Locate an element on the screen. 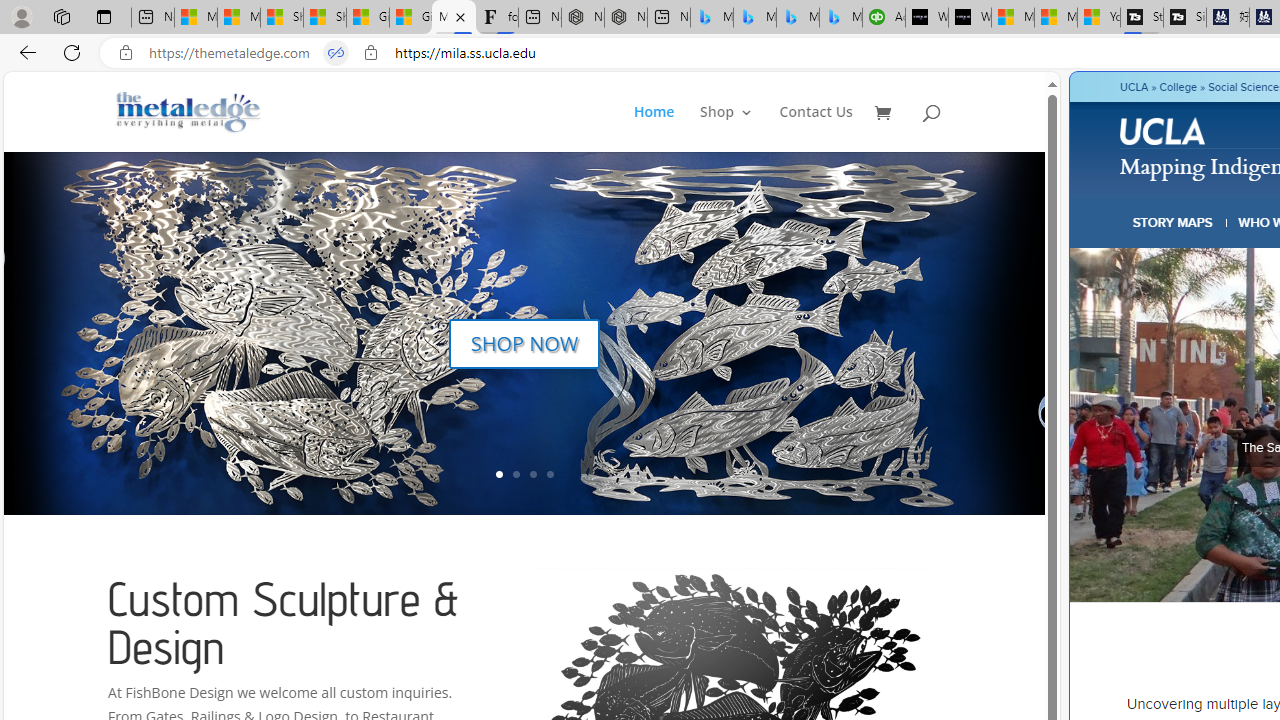 The image size is (1280, 720). '4' is located at coordinates (550, 474).